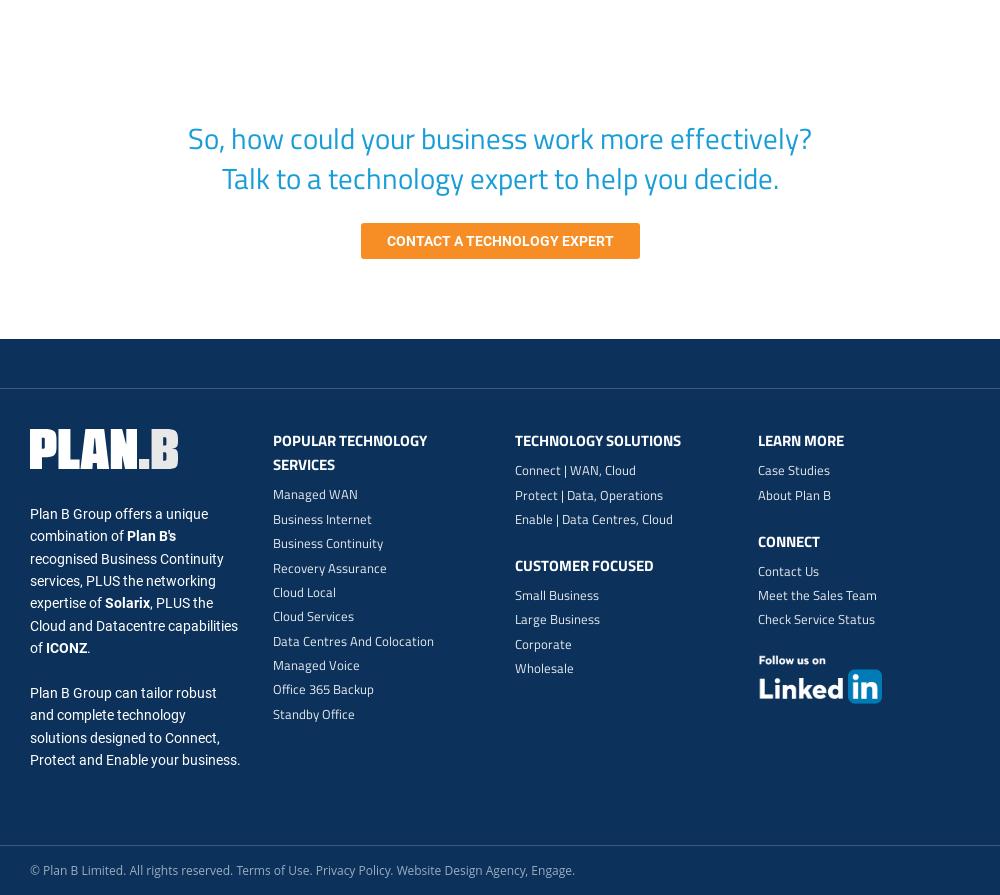 The image size is (1000, 895). Describe the element at coordinates (597, 440) in the screenshot. I see `'Technology Solutions'` at that location.